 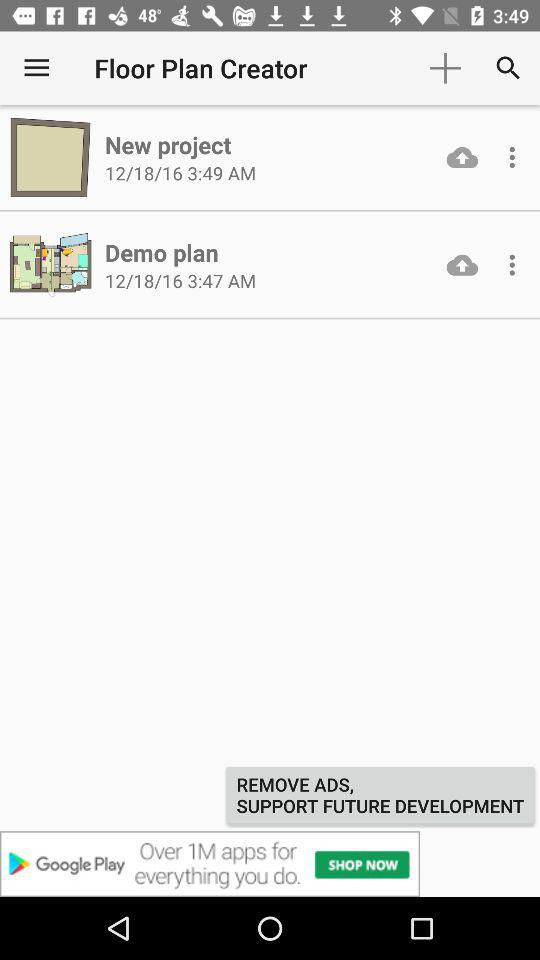 I want to click on show details, so click(x=512, y=156).